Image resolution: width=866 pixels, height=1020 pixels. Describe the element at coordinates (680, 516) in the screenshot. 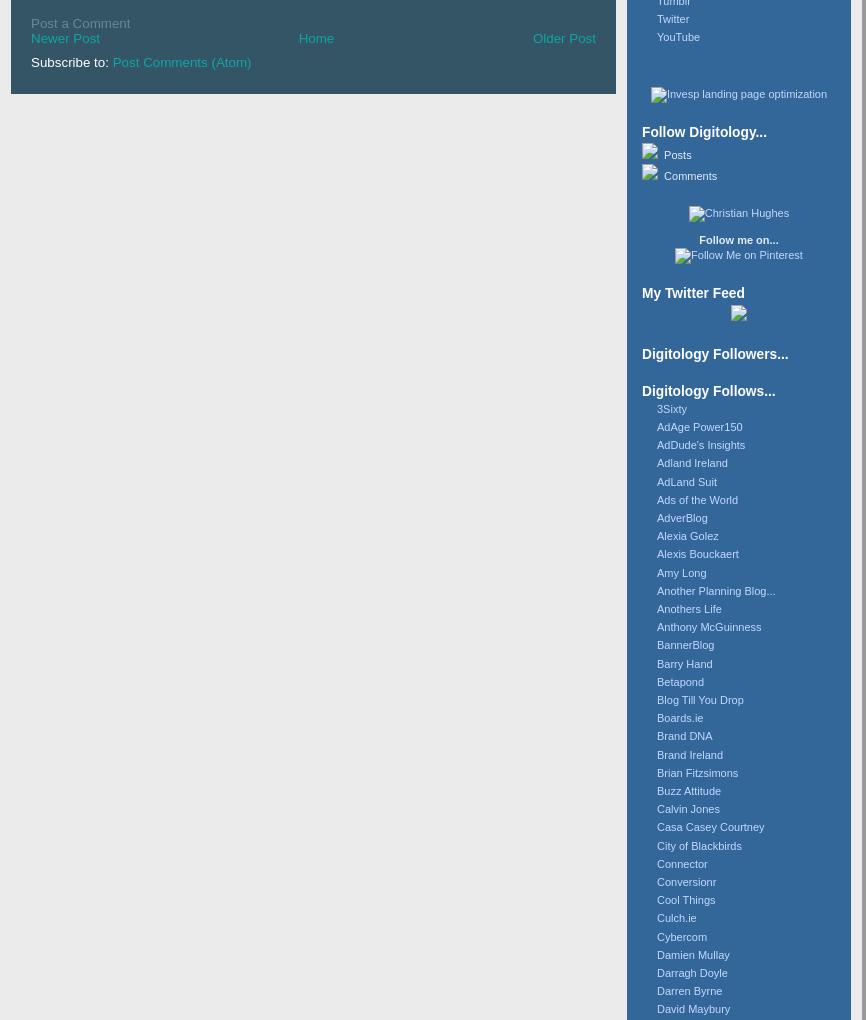

I see `'AdverBlog'` at that location.